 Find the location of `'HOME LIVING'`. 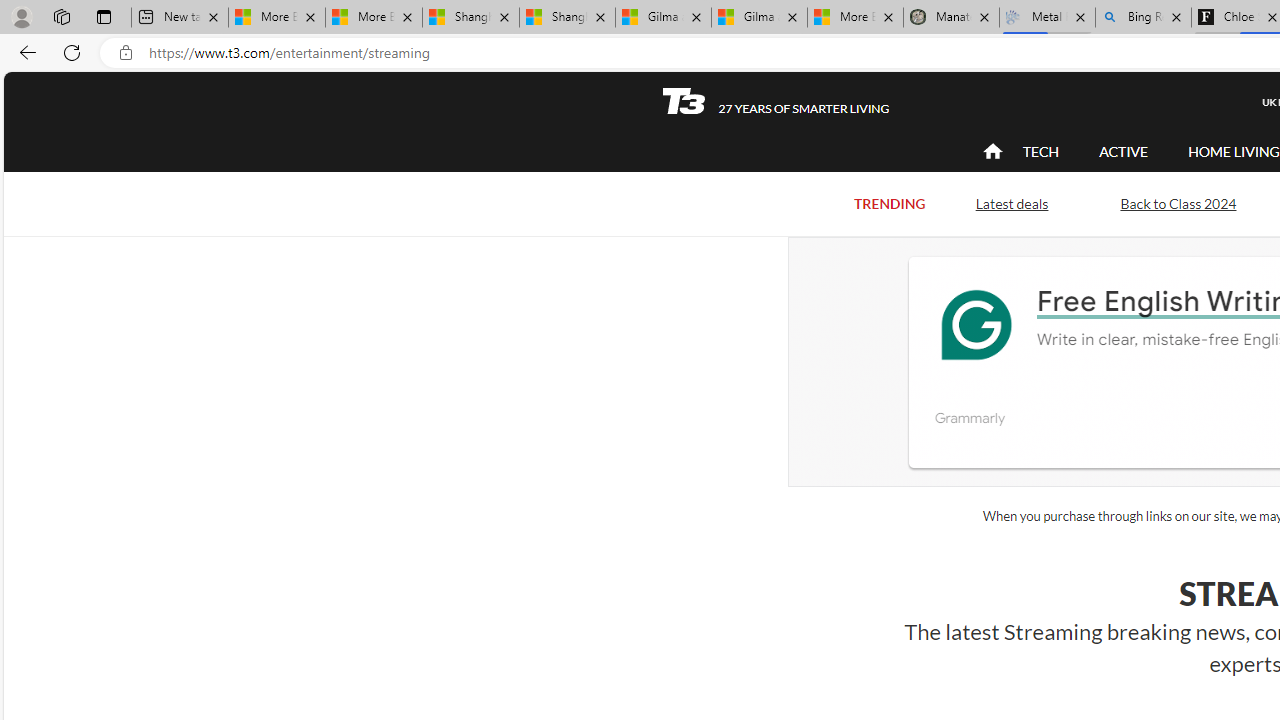

'HOME LIVING' is located at coordinates (1232, 150).